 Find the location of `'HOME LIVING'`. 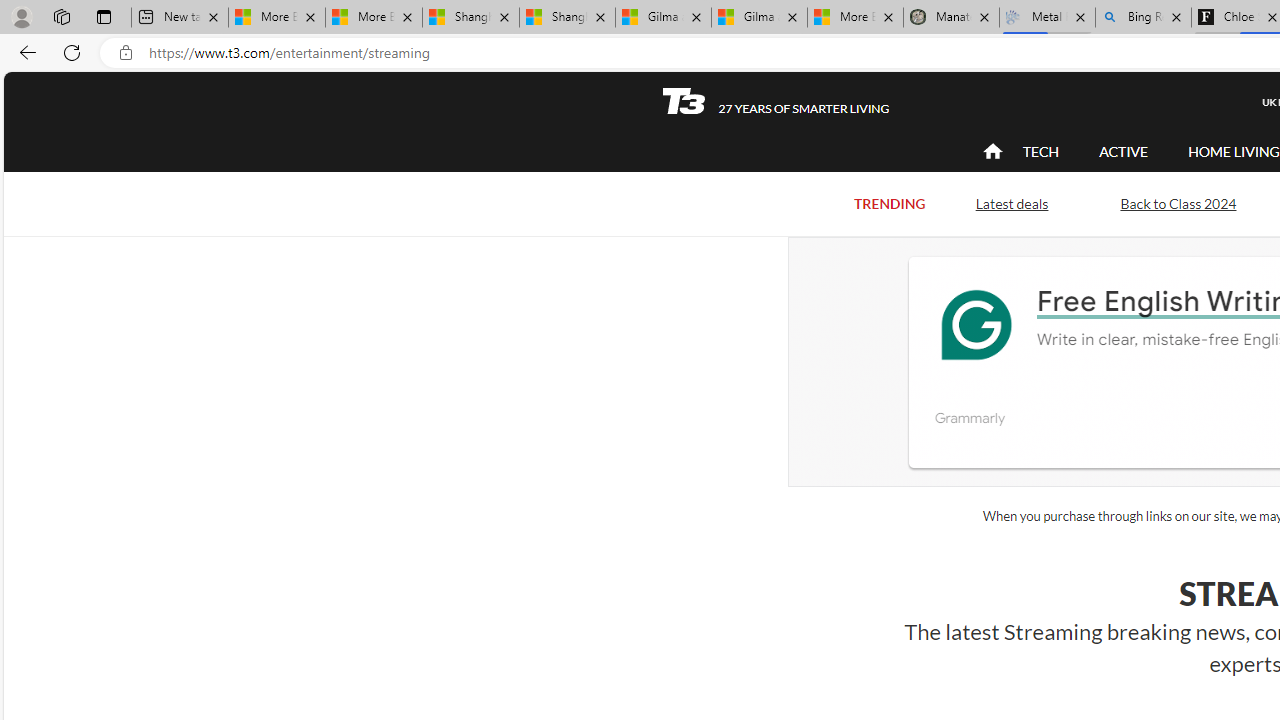

'HOME LIVING' is located at coordinates (1232, 150).